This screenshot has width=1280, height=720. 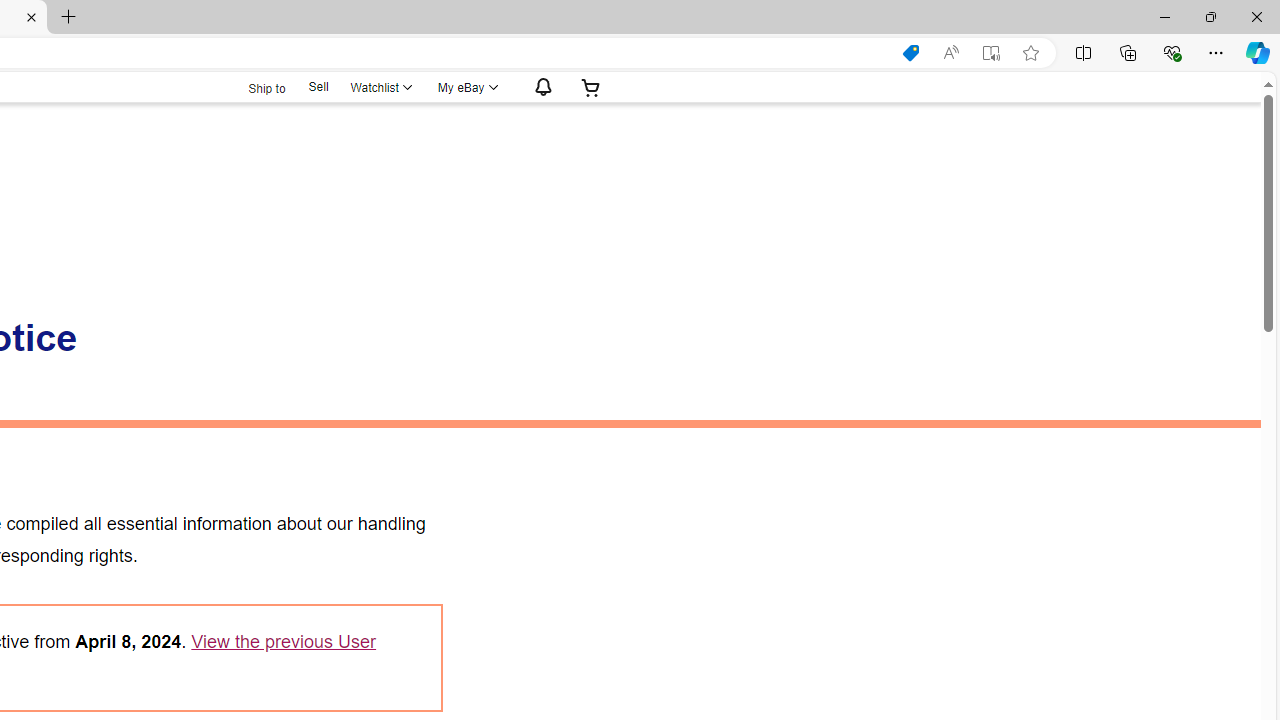 What do you see at coordinates (465, 86) in the screenshot?
I see `'My eBay'` at bounding box center [465, 86].